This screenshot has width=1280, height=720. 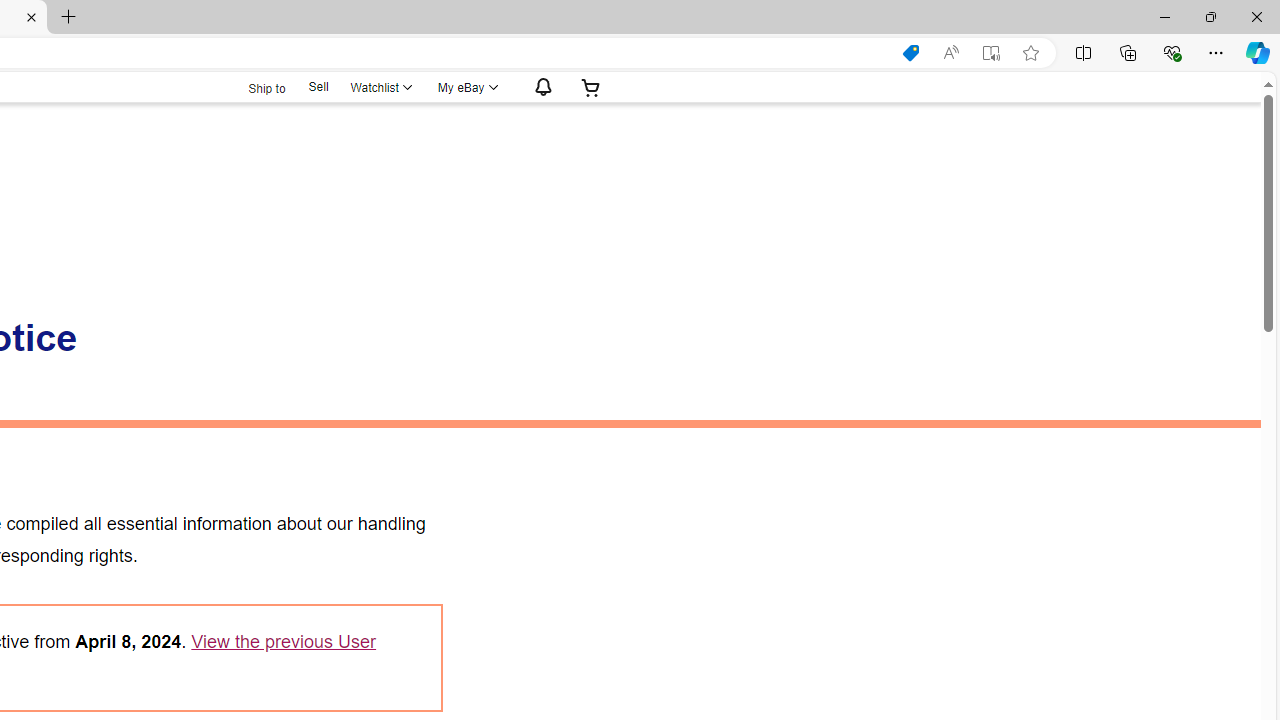 What do you see at coordinates (465, 86) in the screenshot?
I see `'My eBay'` at bounding box center [465, 86].